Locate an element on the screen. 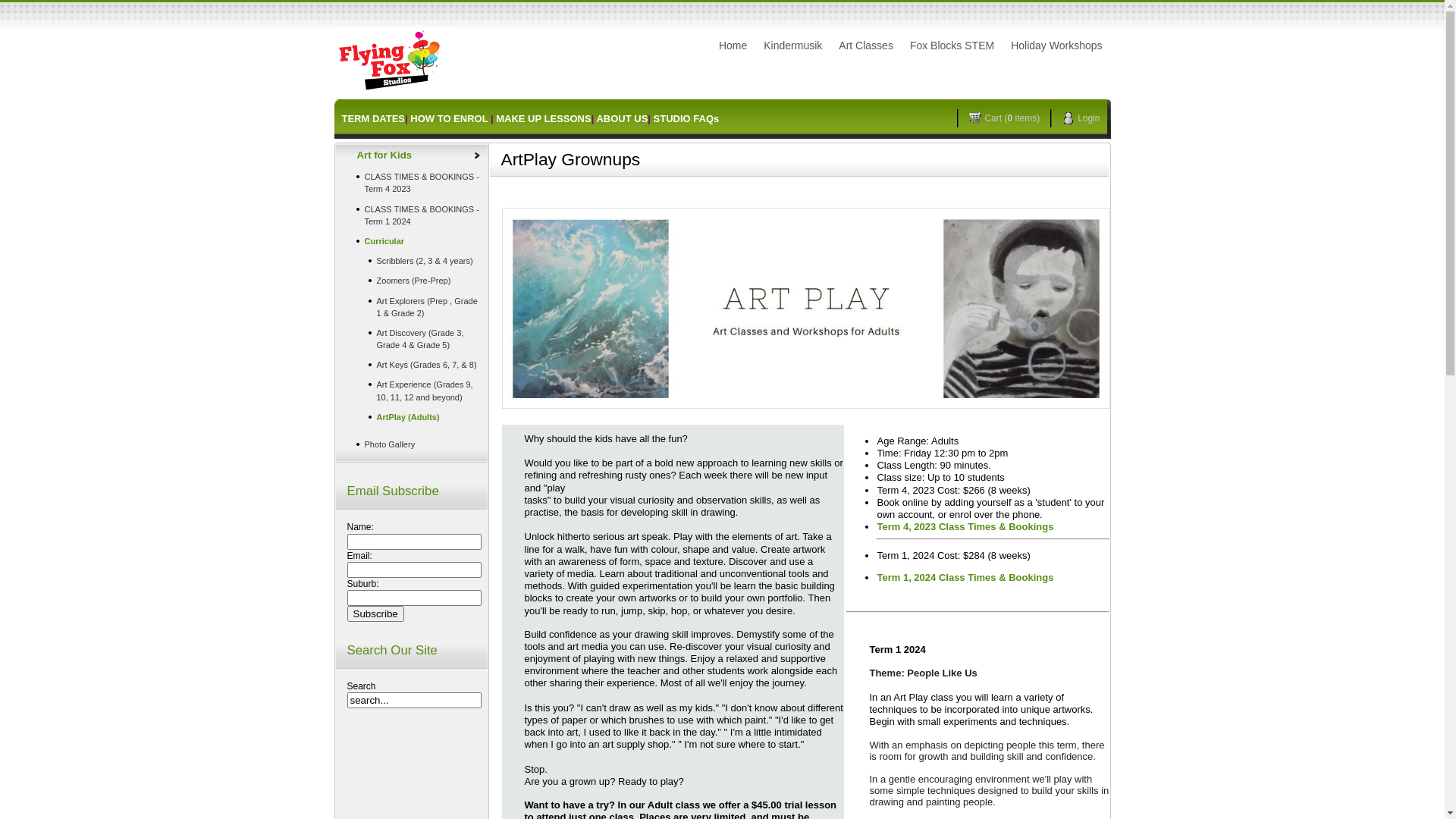 Image resolution: width=1456 pixels, height=819 pixels. 'Art for Kids' is located at coordinates (411, 155).